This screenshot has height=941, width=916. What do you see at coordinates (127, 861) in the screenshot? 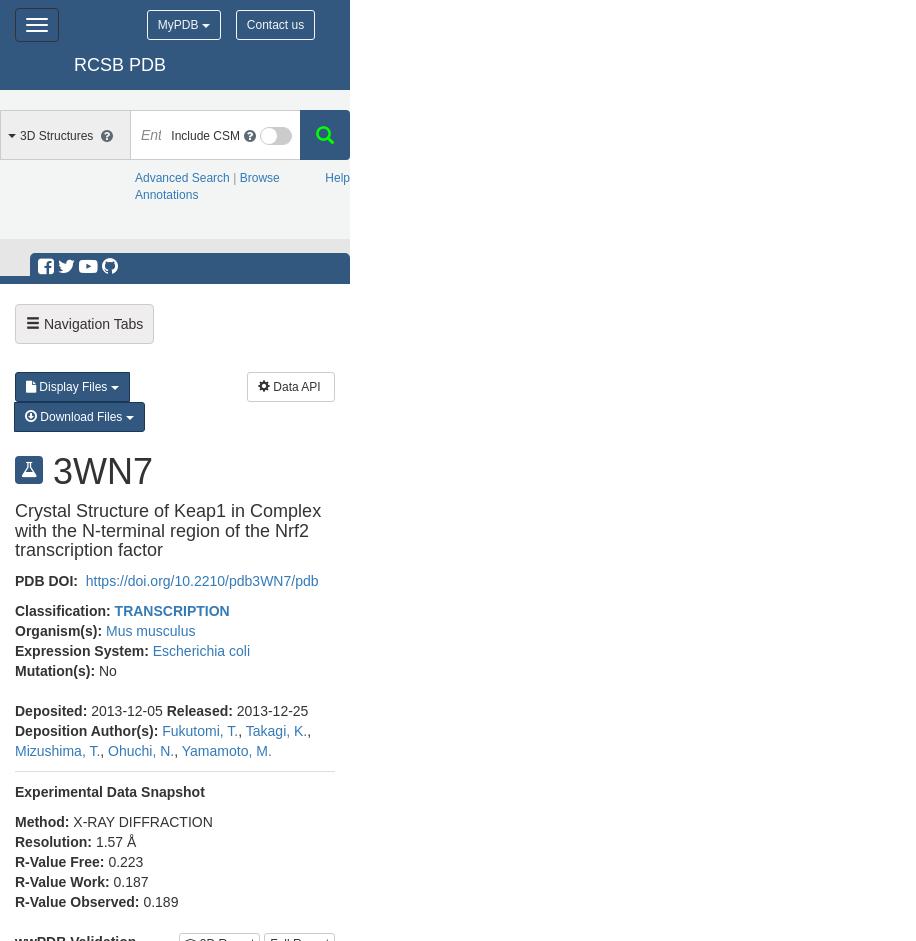
I see `'0.223'` at bounding box center [127, 861].